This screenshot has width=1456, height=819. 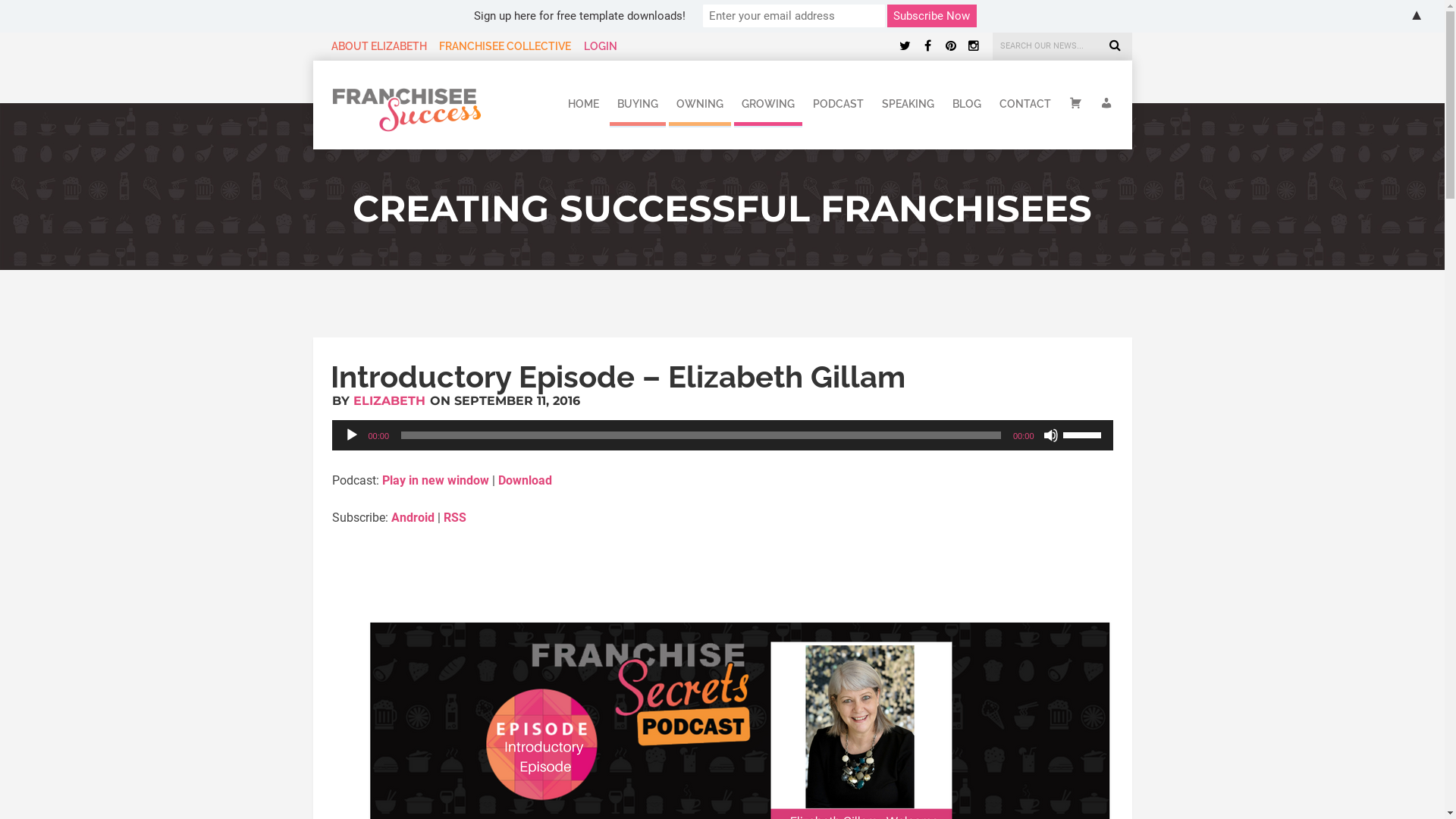 What do you see at coordinates (600, 45) in the screenshot?
I see `'LOGIN'` at bounding box center [600, 45].